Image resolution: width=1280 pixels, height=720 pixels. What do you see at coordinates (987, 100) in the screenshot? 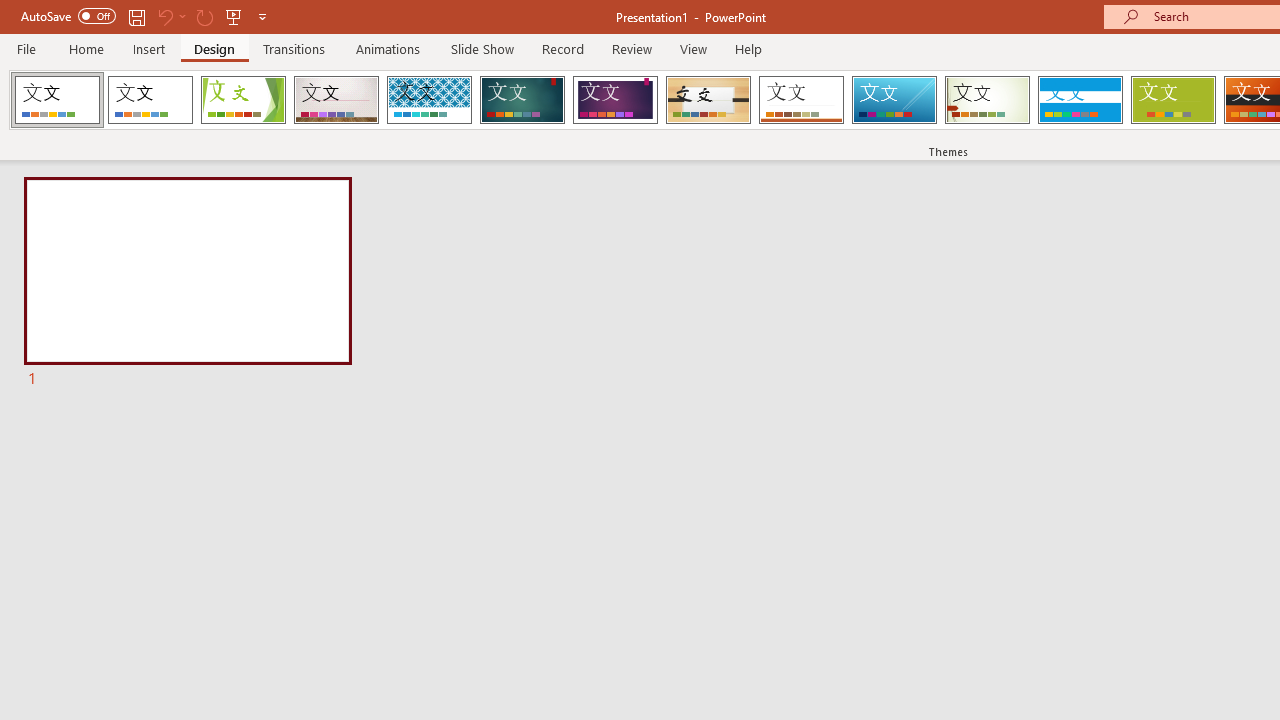
I see `'Wisp Loading Preview...'` at bounding box center [987, 100].